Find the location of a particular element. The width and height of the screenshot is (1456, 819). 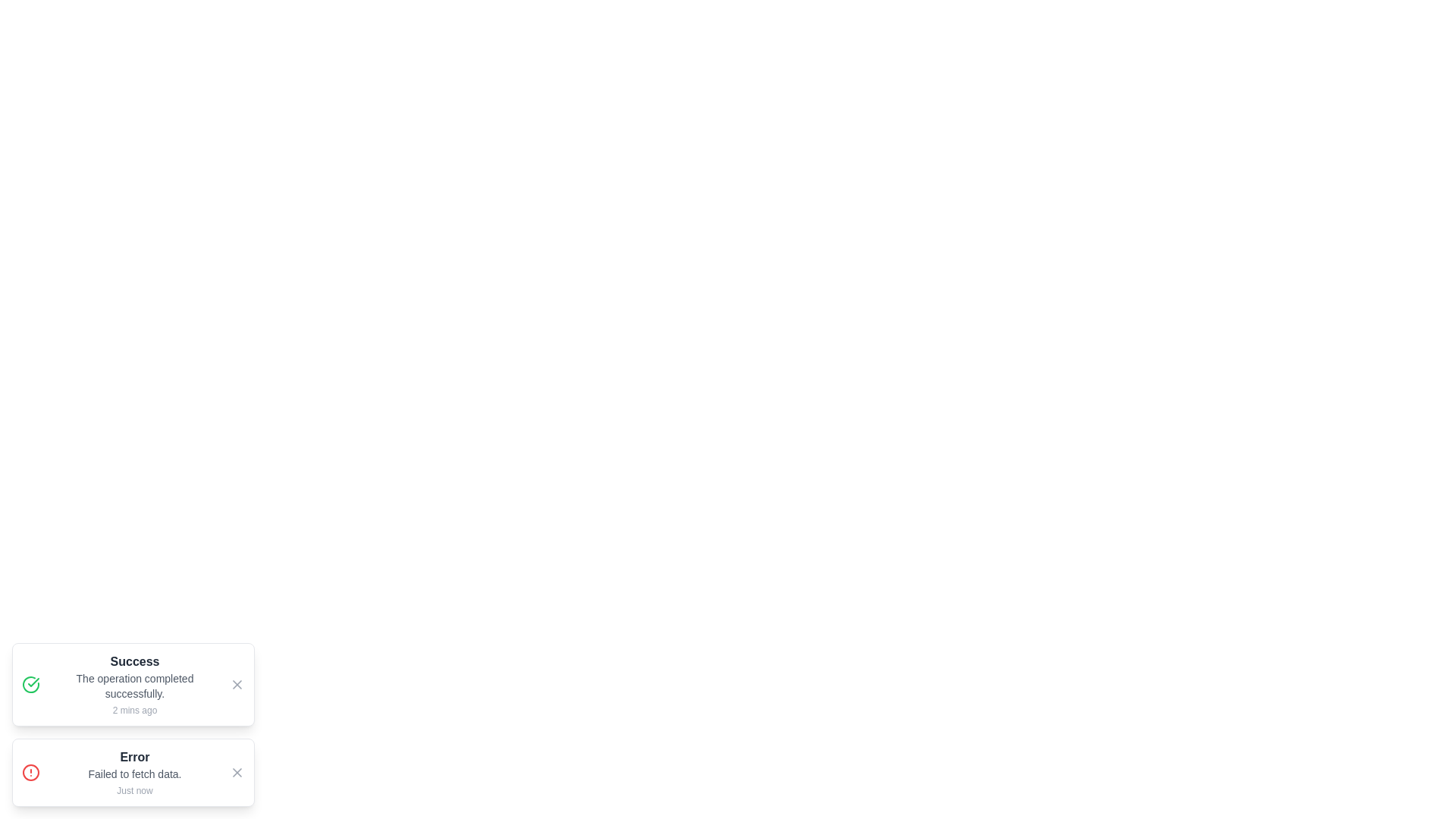

the static text element displaying the word 'Error' in bold, dark-gray font, which is centrally aligned at the top of the message card is located at coordinates (134, 758).